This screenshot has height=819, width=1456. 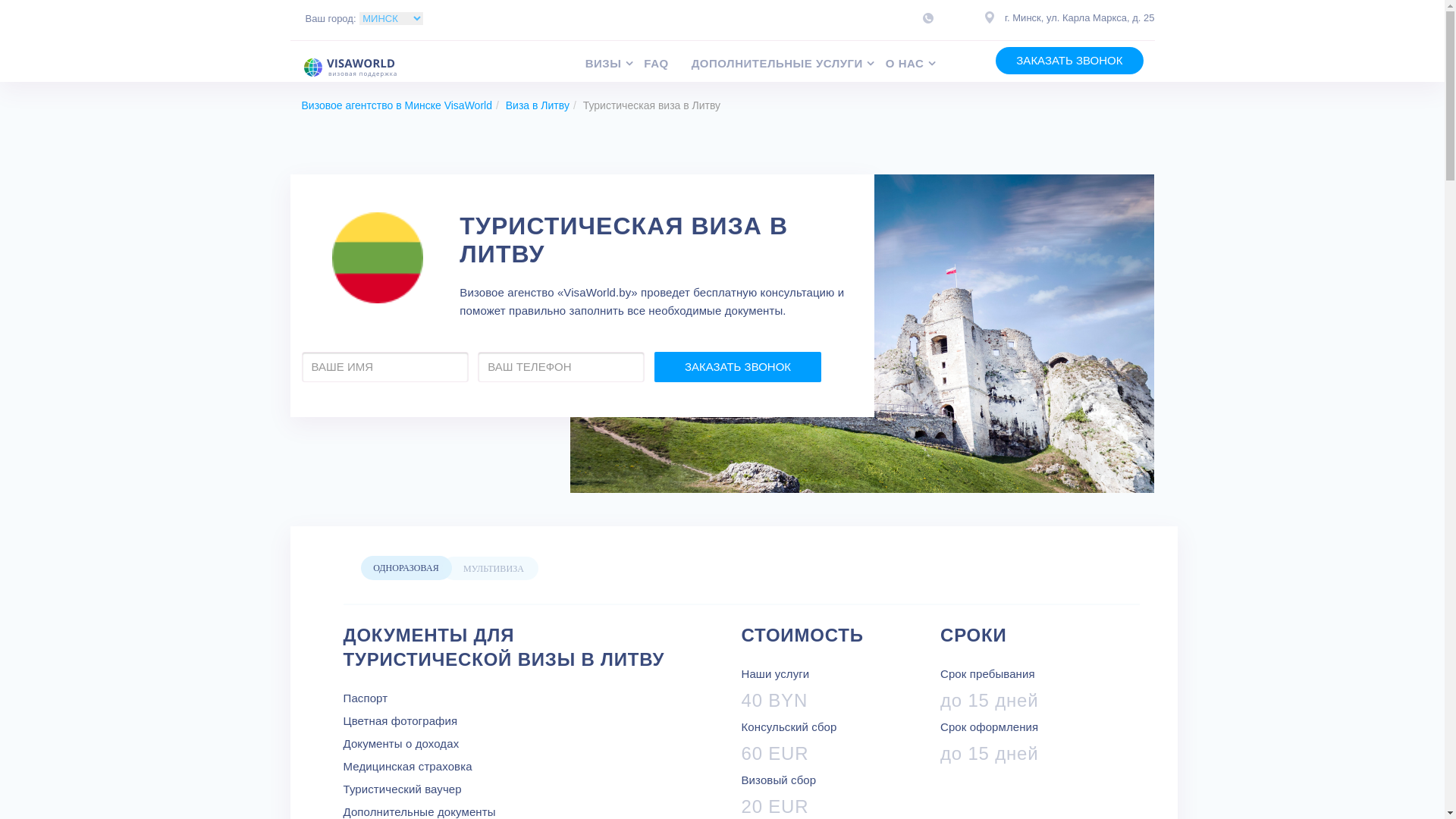 I want to click on 'FAQ', so click(x=644, y=63).